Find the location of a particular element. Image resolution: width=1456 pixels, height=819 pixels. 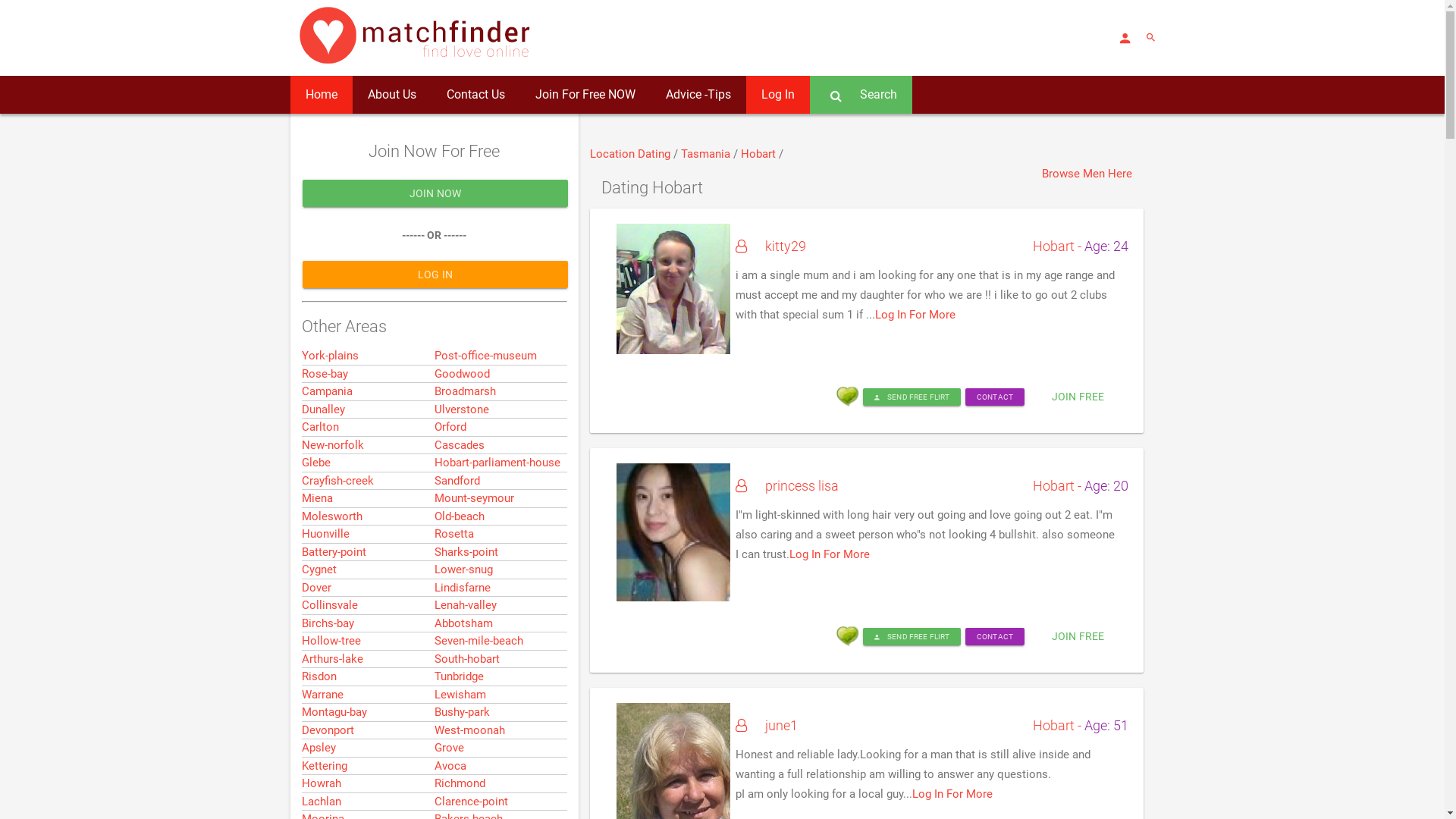

'Howrah' is located at coordinates (320, 783).